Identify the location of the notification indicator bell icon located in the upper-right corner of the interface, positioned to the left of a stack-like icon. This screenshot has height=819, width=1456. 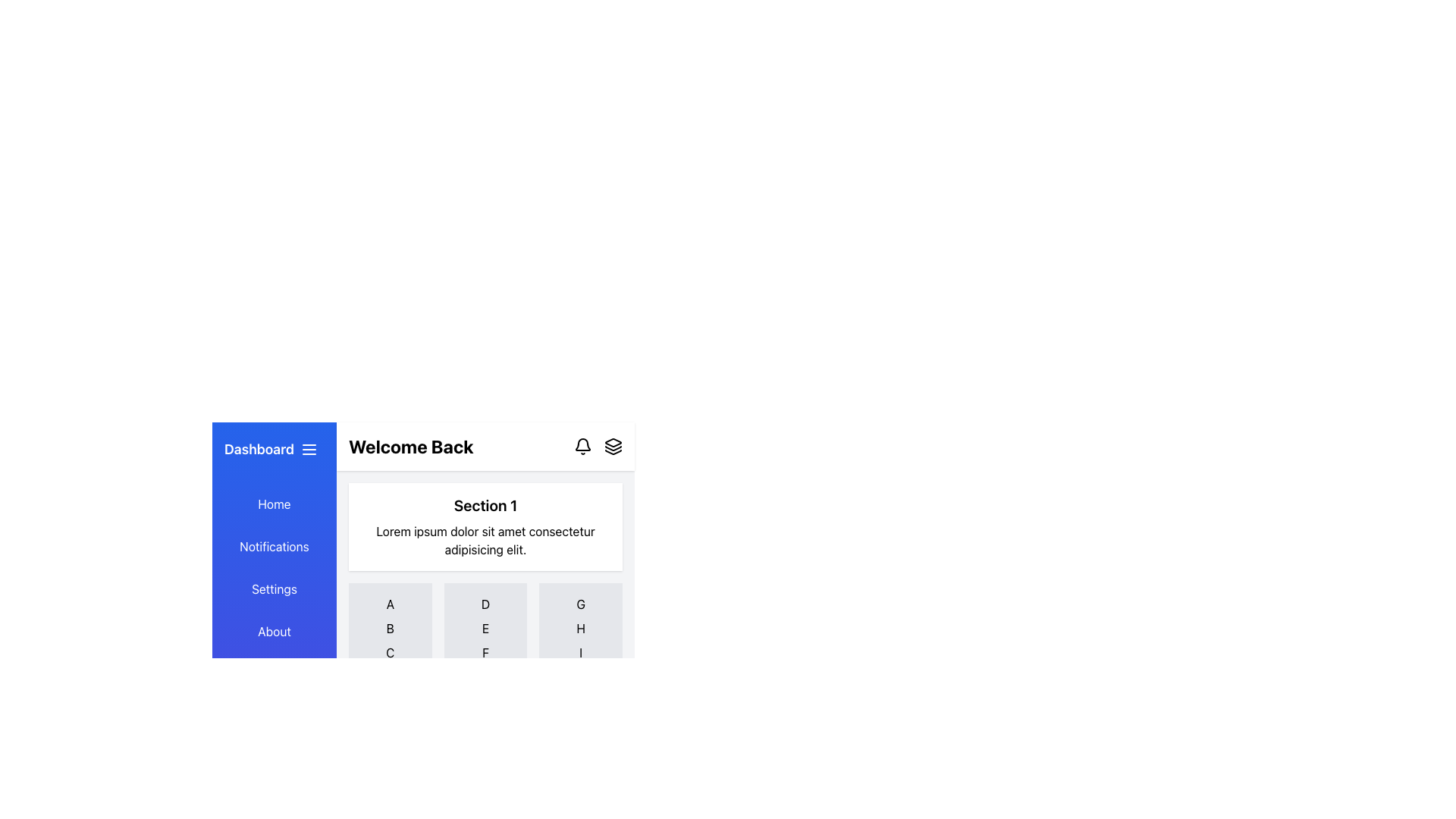
(582, 446).